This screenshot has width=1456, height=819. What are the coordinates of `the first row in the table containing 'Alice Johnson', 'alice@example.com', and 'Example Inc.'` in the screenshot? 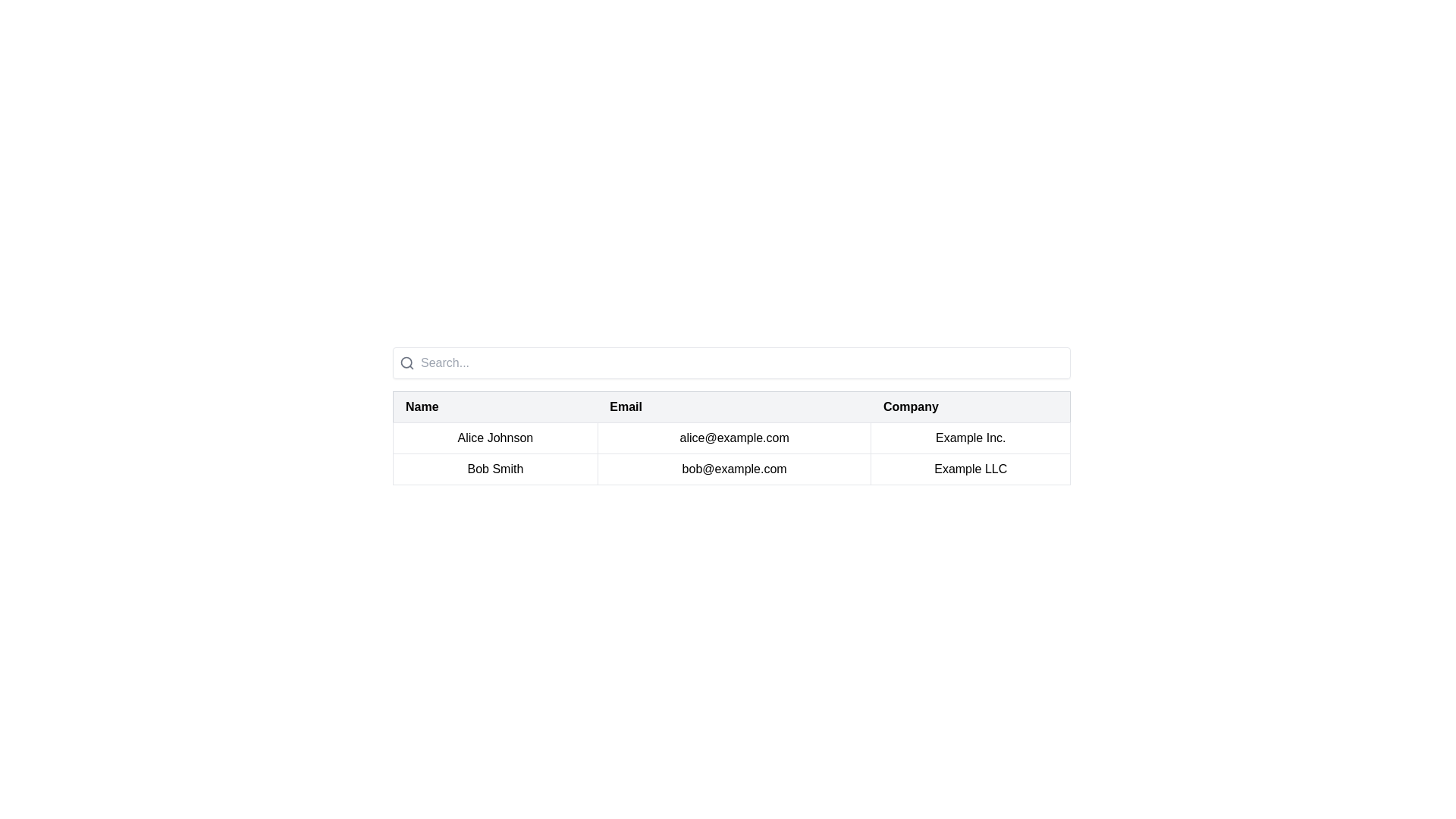 It's located at (731, 438).